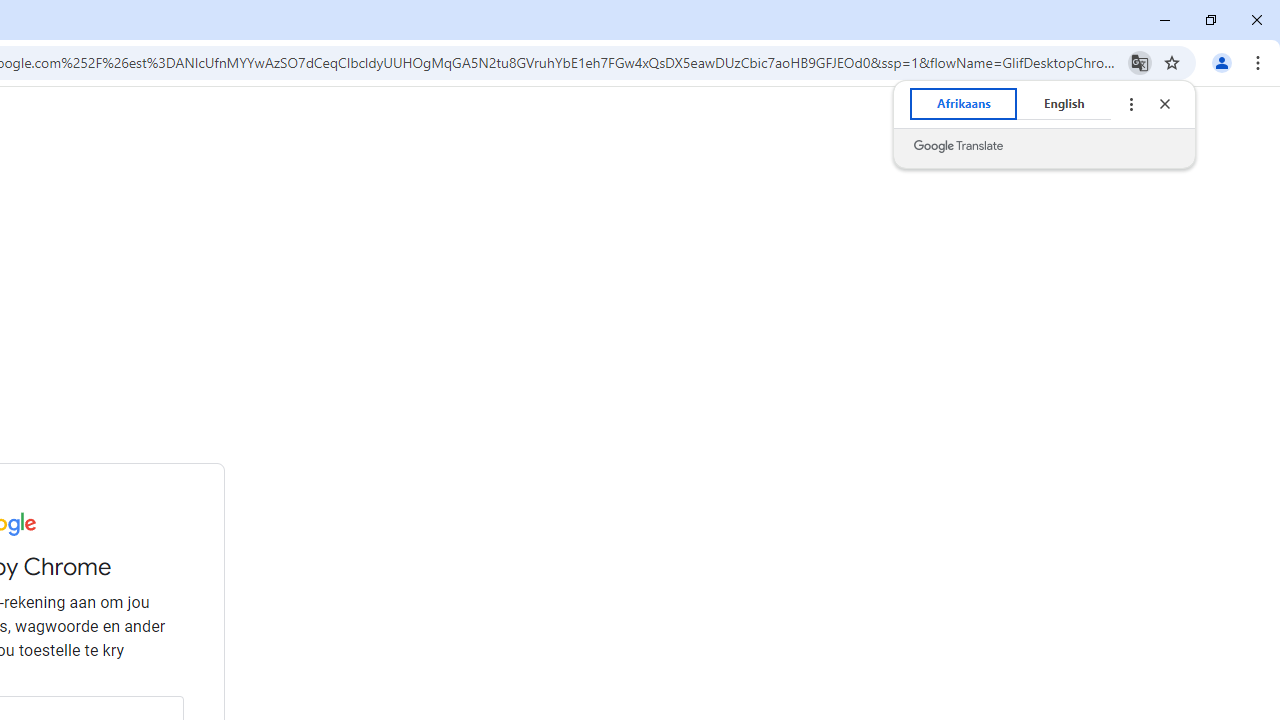 The height and width of the screenshot is (720, 1280). Describe the element at coordinates (1063, 104) in the screenshot. I see `'English'` at that location.